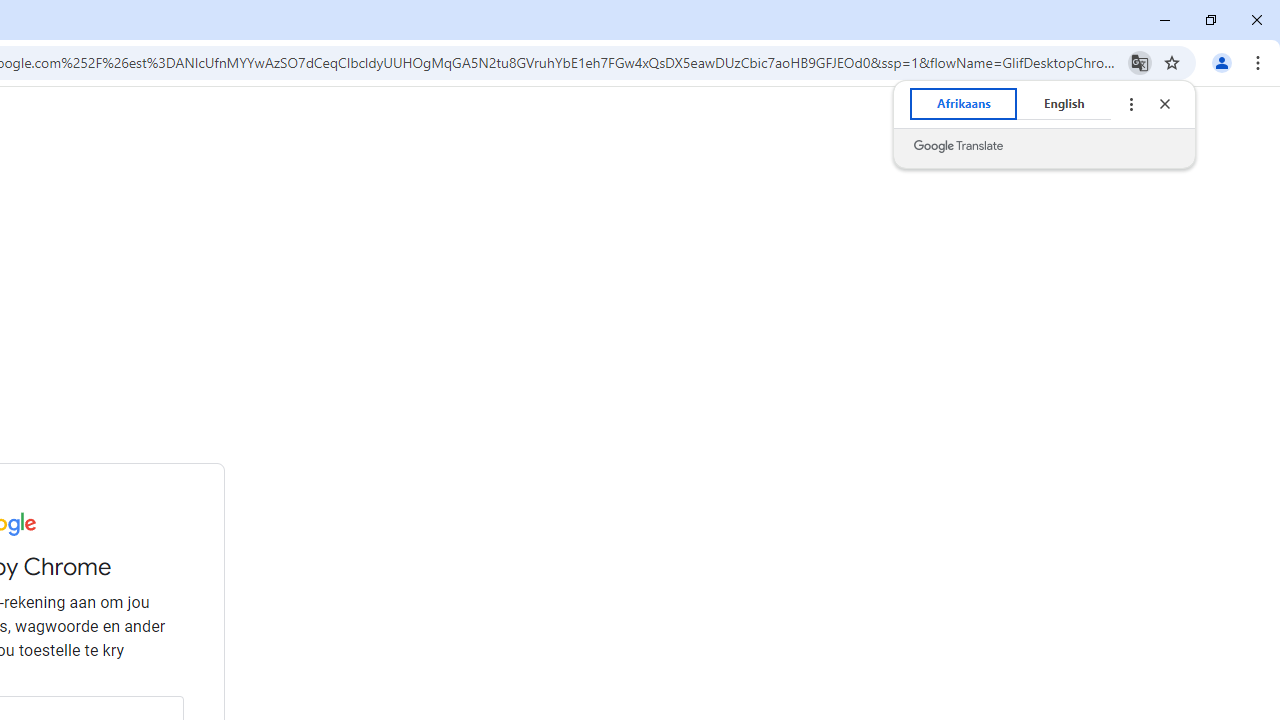 The height and width of the screenshot is (720, 1280). Describe the element at coordinates (1063, 104) in the screenshot. I see `'English'` at that location.